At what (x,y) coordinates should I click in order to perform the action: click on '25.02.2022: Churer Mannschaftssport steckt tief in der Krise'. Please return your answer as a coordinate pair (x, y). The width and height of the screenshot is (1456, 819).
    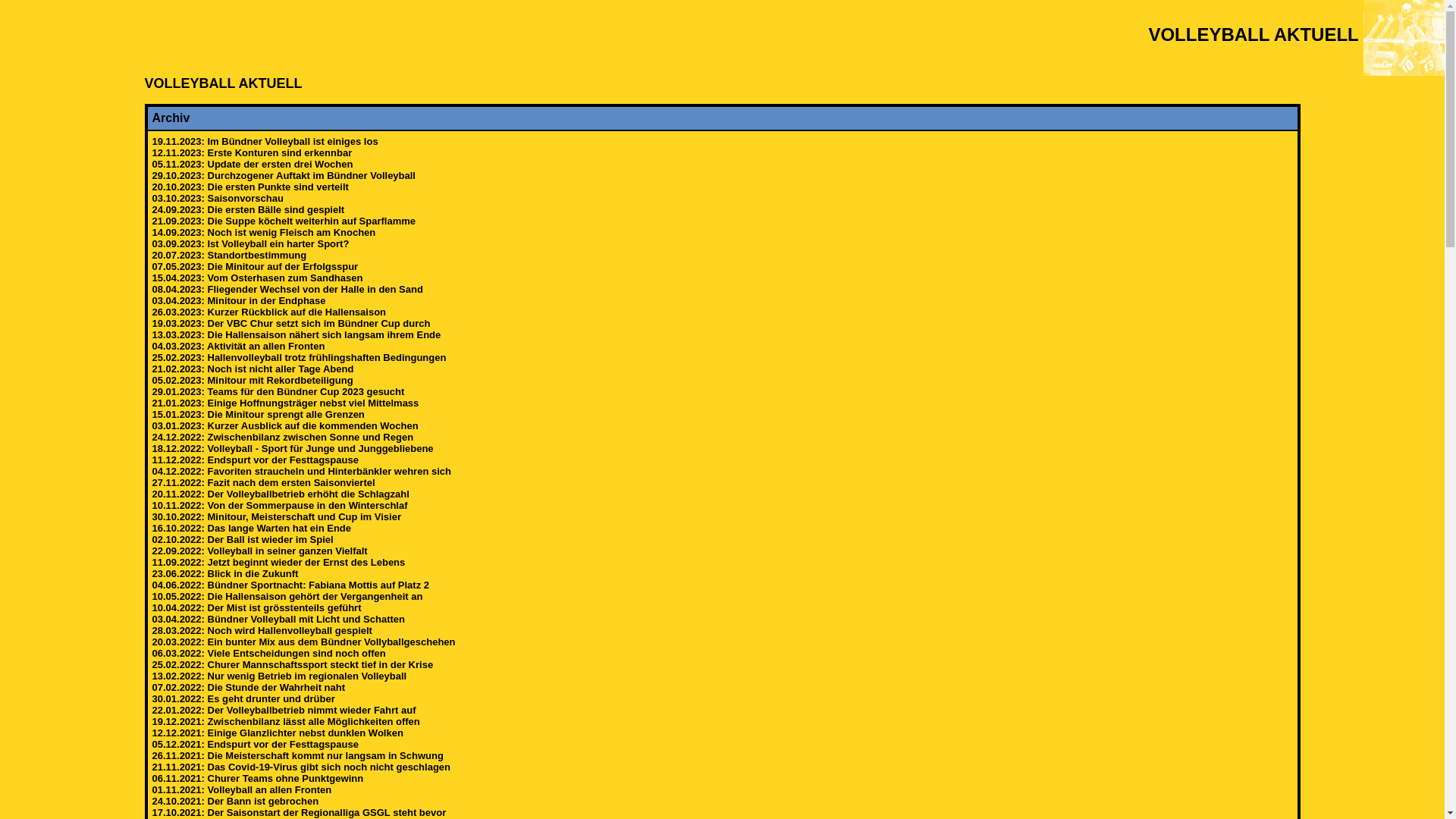
    Looking at the image, I should click on (292, 664).